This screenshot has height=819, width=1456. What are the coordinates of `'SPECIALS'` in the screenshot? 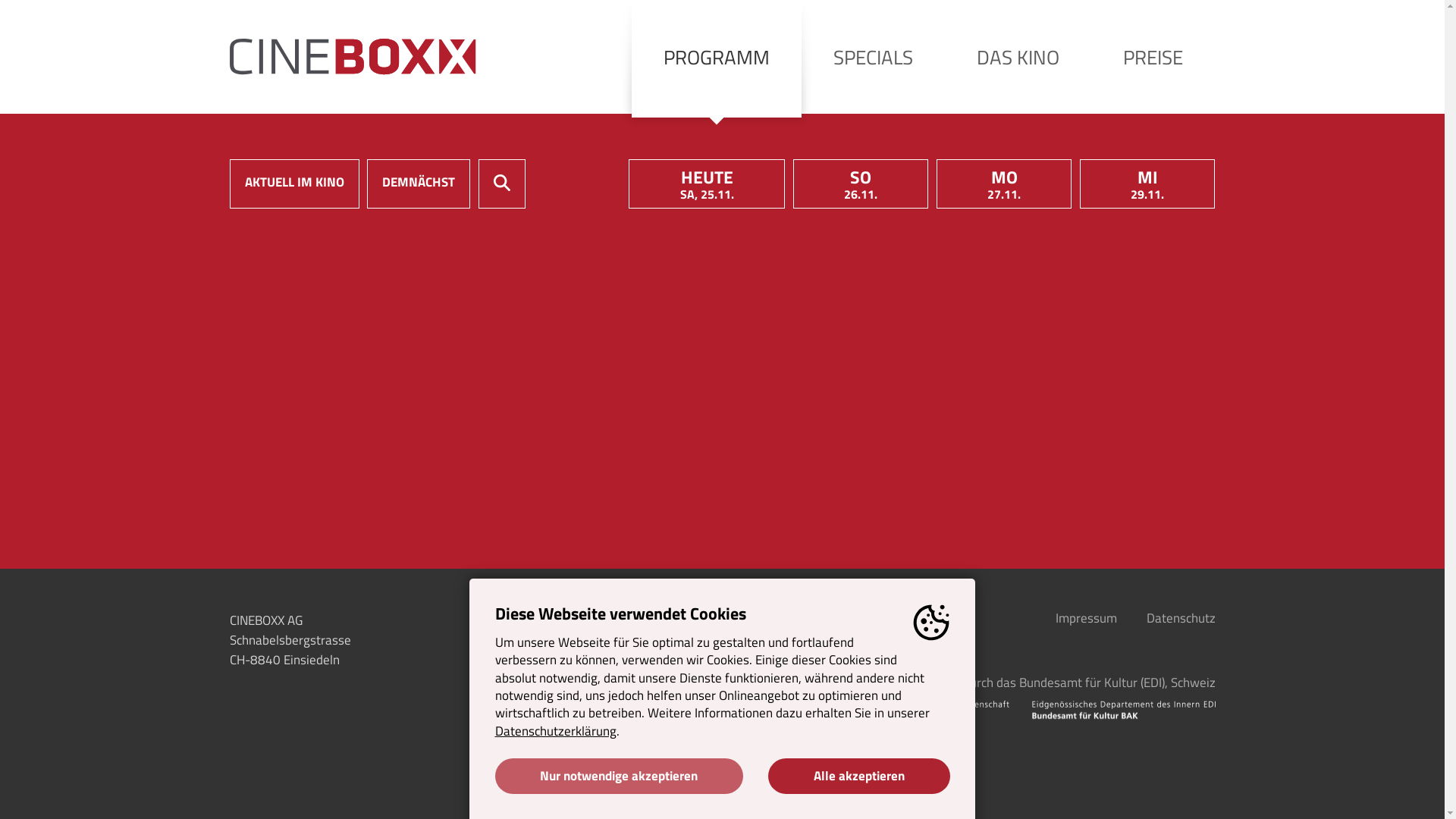 It's located at (873, 55).